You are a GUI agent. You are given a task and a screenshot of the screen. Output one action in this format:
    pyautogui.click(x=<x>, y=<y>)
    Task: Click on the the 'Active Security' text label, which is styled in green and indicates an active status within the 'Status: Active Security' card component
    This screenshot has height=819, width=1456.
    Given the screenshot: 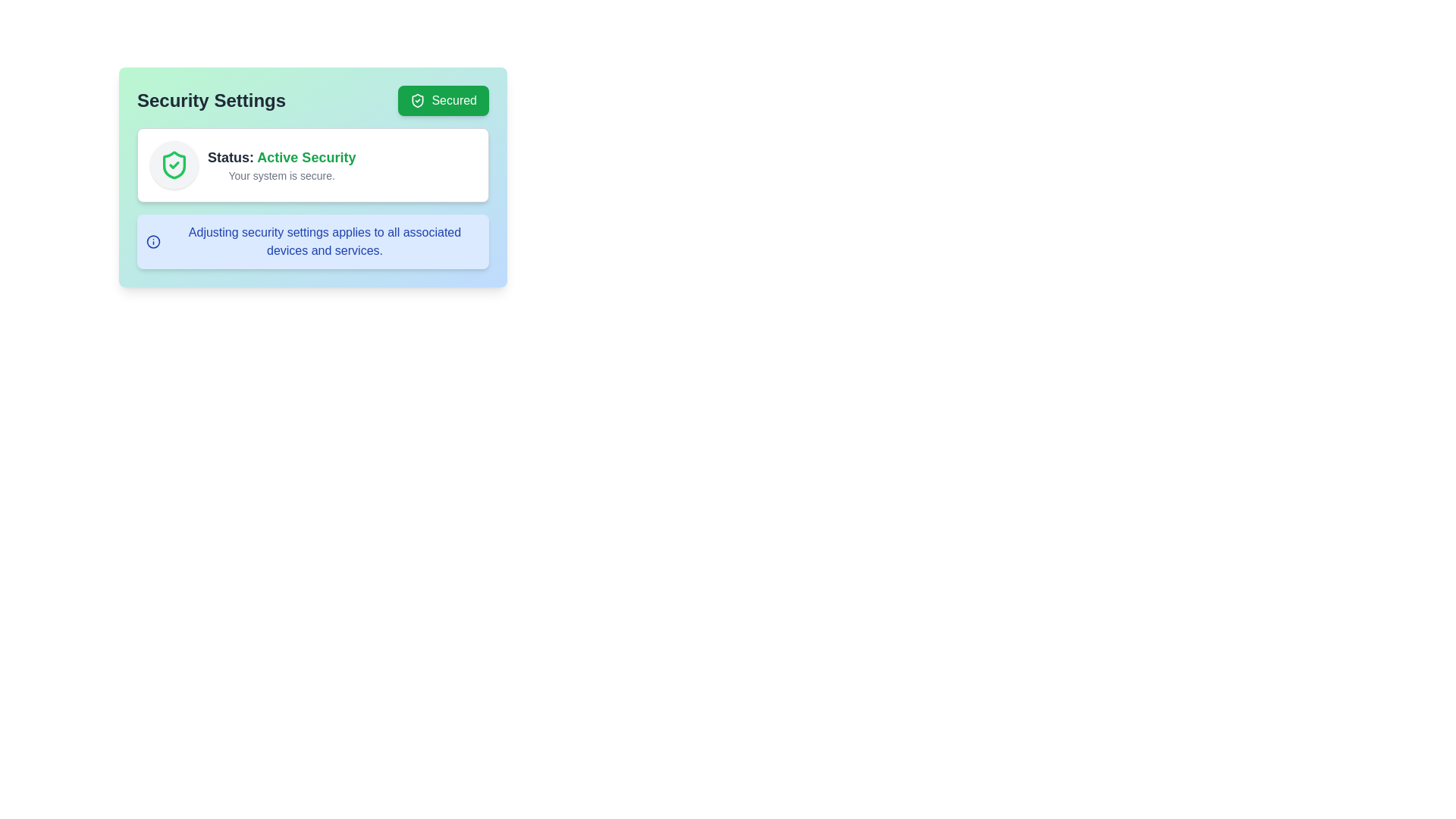 What is the action you would take?
    pyautogui.click(x=306, y=158)
    